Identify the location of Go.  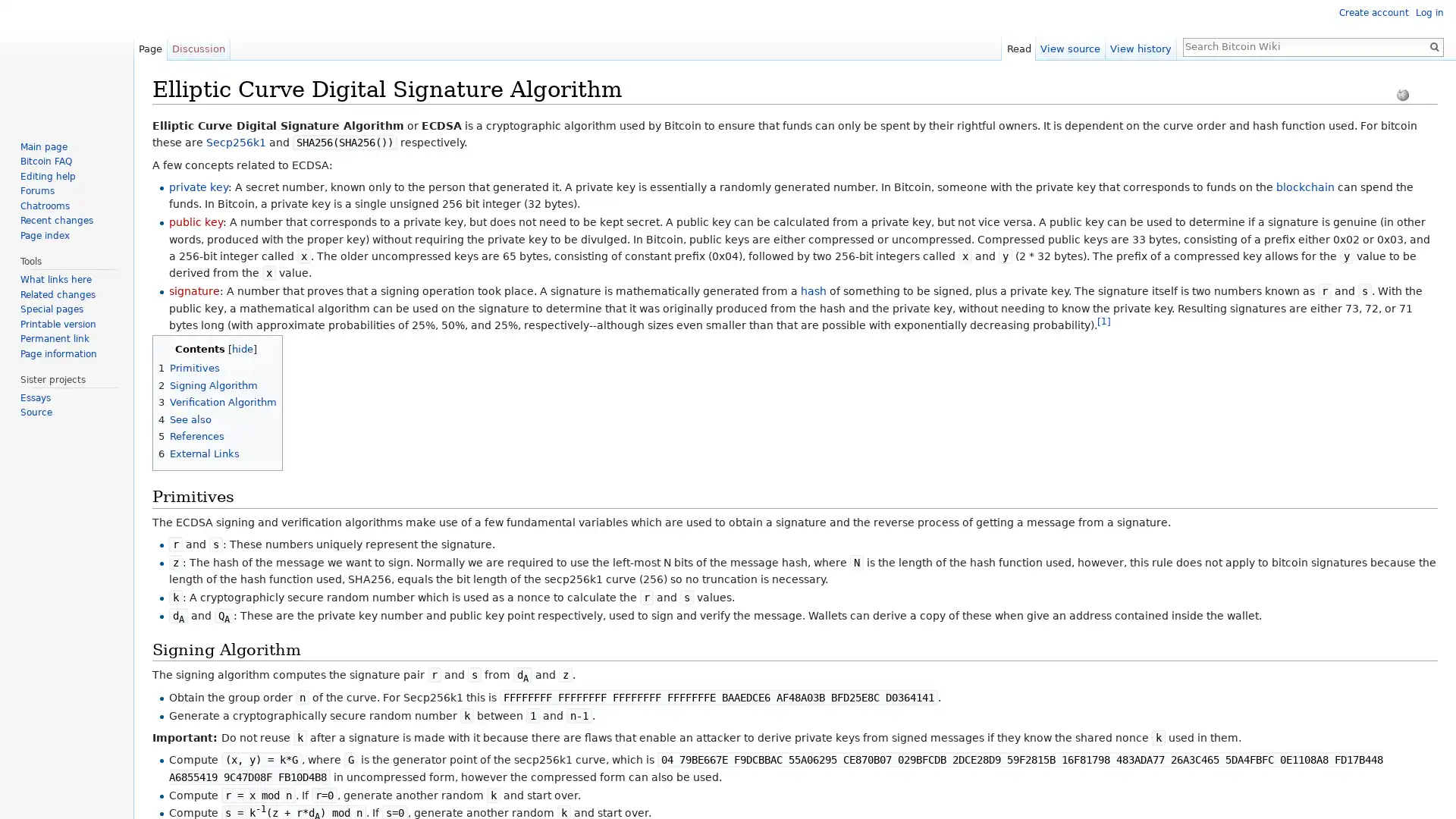
(1433, 45).